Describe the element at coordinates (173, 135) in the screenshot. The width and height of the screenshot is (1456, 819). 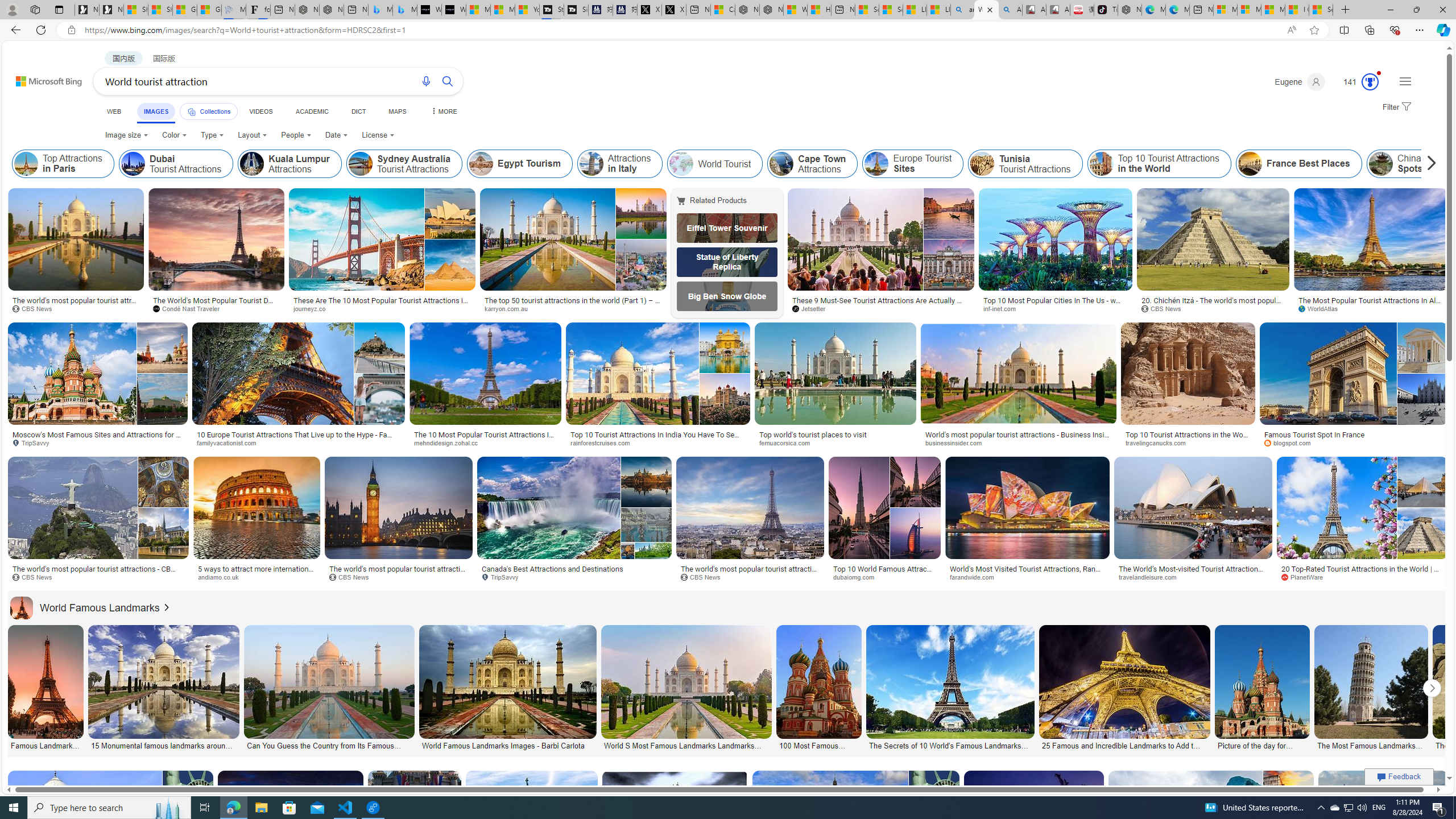
I see `'Color'` at that location.